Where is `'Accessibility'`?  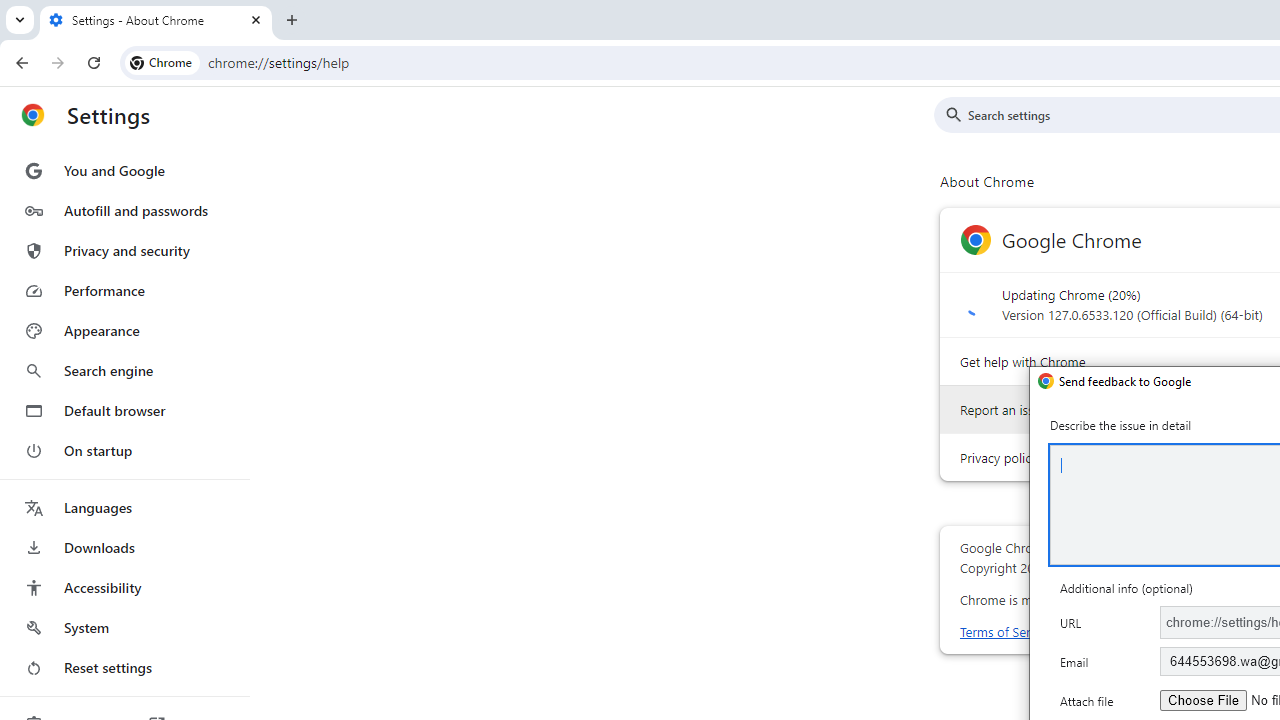 'Accessibility' is located at coordinates (123, 586).